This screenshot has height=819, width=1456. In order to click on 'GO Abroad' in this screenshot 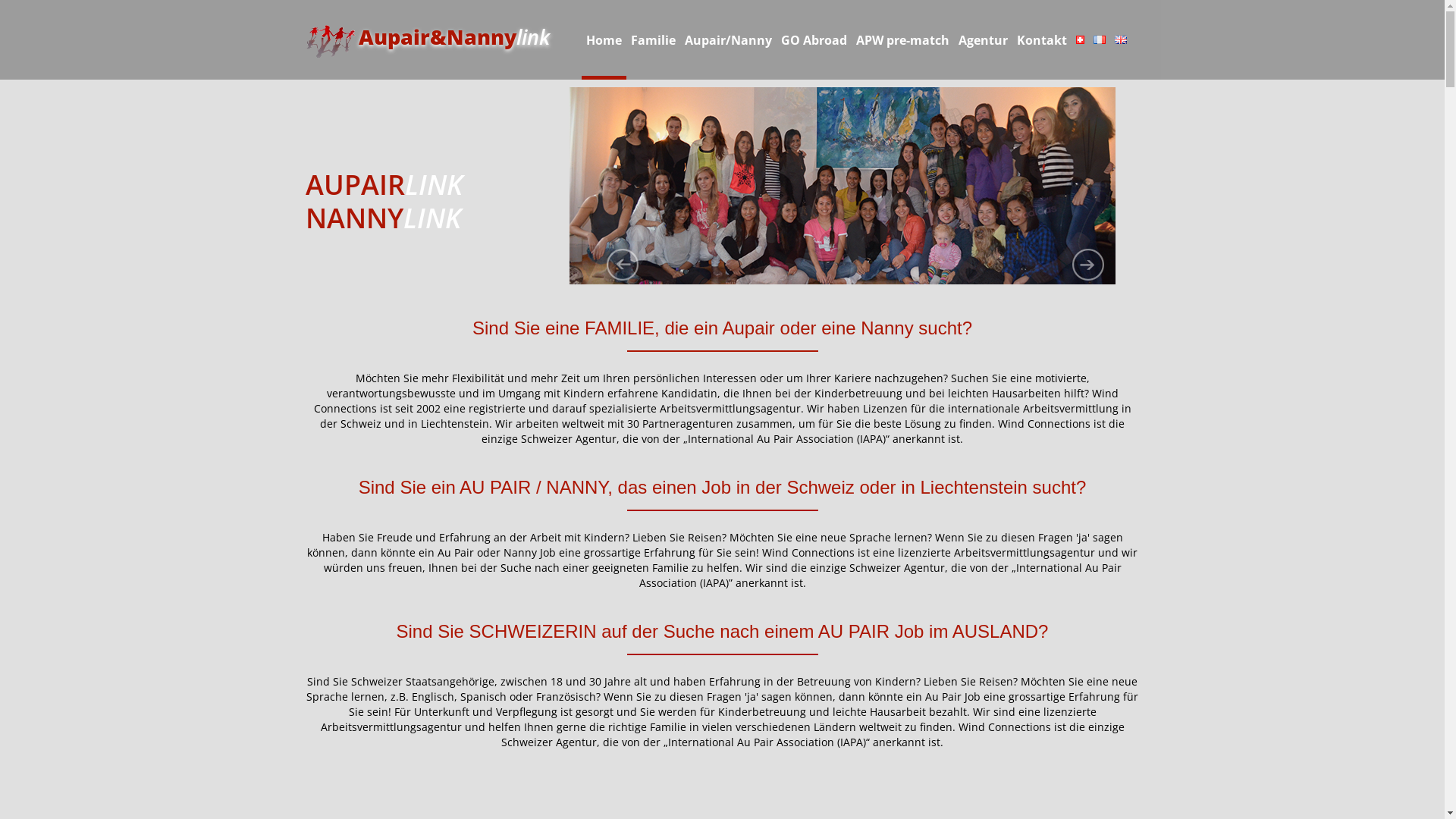, I will do `click(813, 37)`.